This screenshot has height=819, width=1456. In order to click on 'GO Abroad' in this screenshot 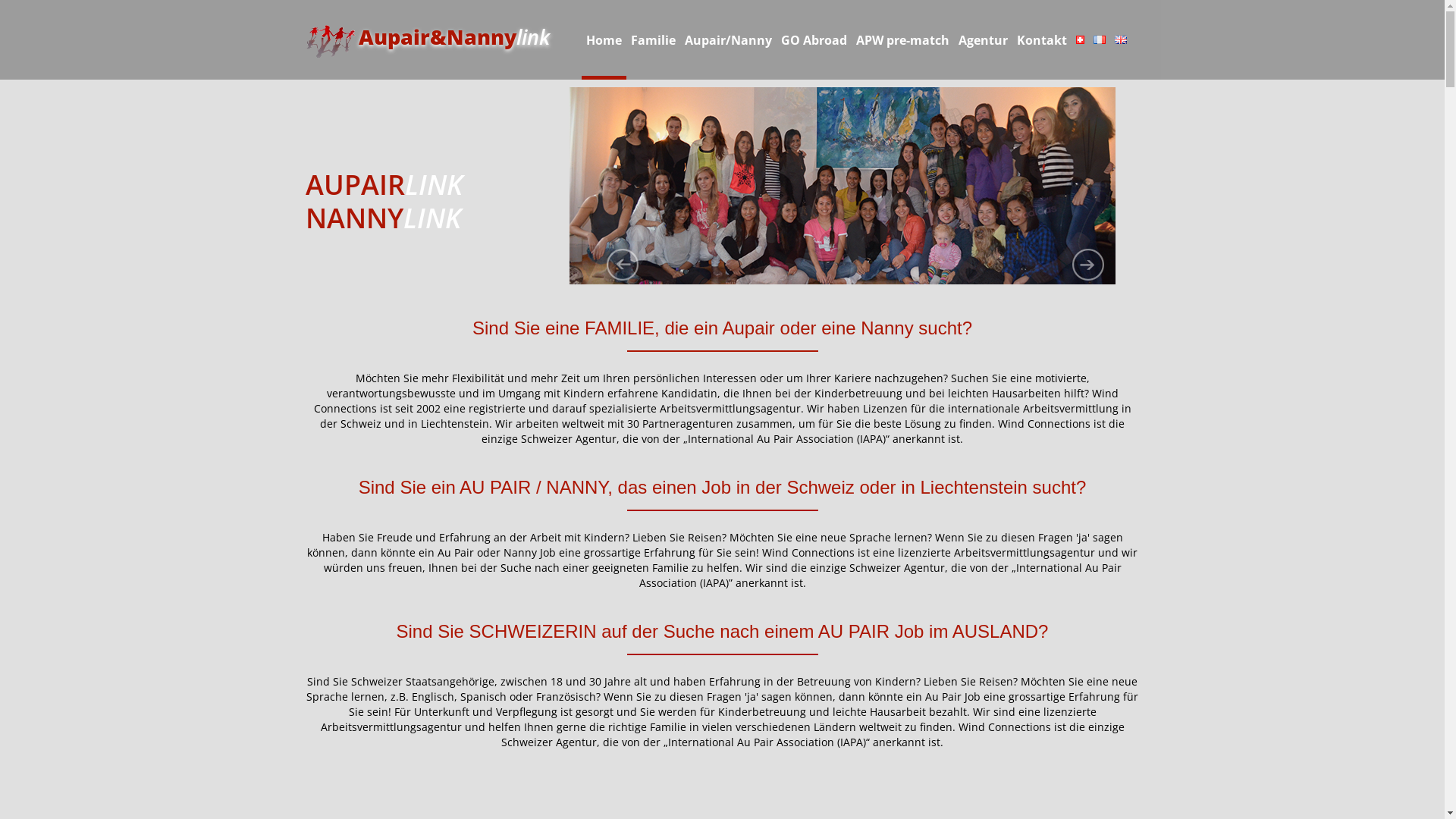, I will do `click(813, 37)`.